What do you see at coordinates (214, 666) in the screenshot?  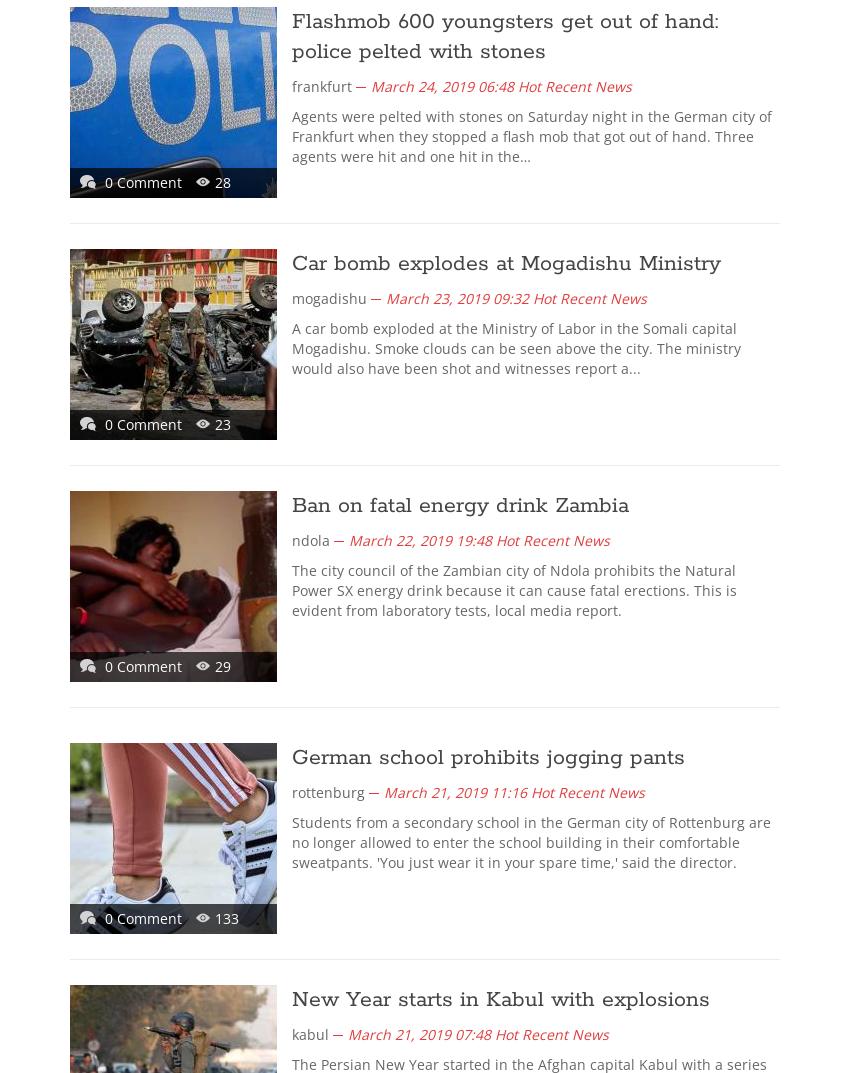 I see `'29'` at bounding box center [214, 666].